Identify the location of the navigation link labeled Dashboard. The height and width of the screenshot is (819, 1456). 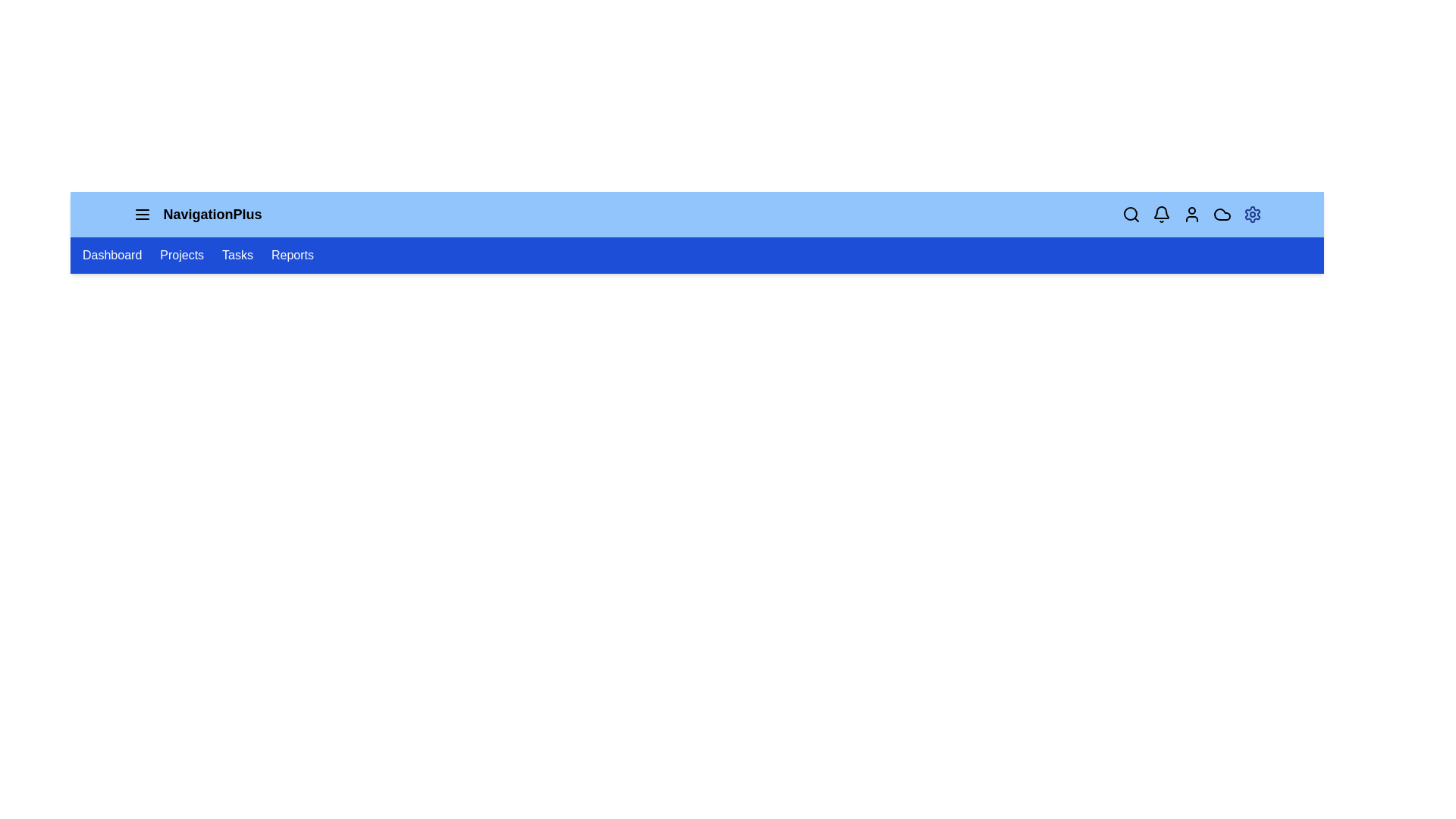
(111, 254).